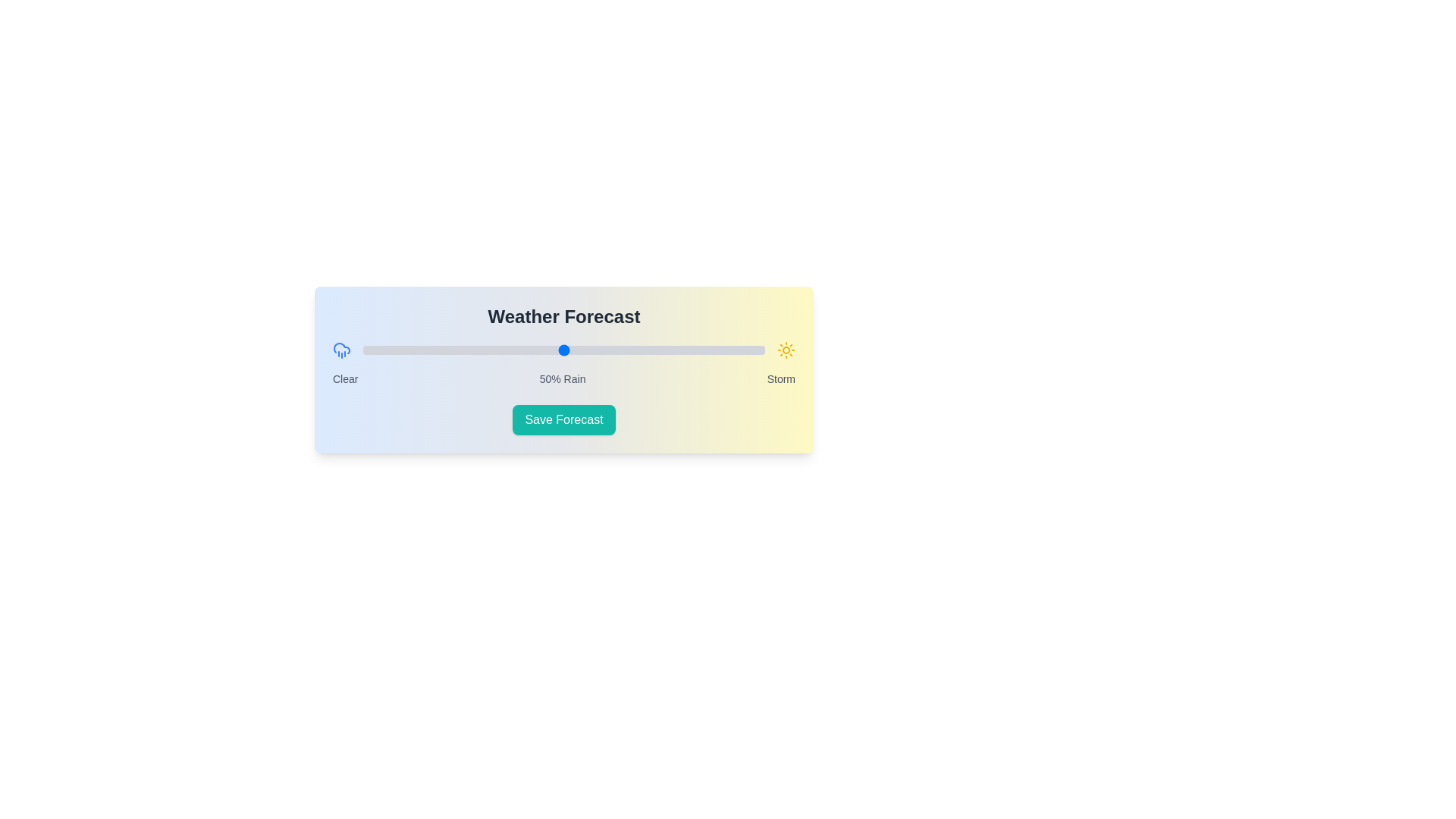  I want to click on the icon Sun to reveal additional information or effects, so click(786, 350).